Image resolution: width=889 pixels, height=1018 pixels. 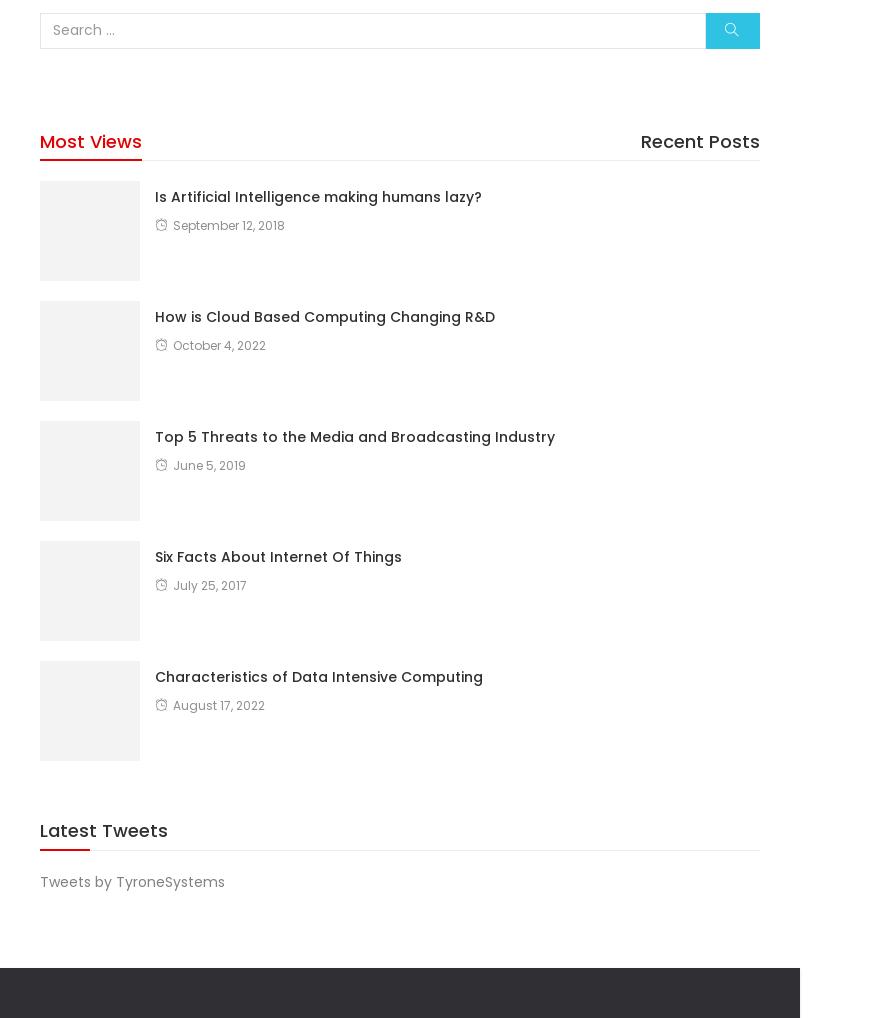 What do you see at coordinates (278, 555) in the screenshot?
I see `'Six Facts About Internet Of Things'` at bounding box center [278, 555].